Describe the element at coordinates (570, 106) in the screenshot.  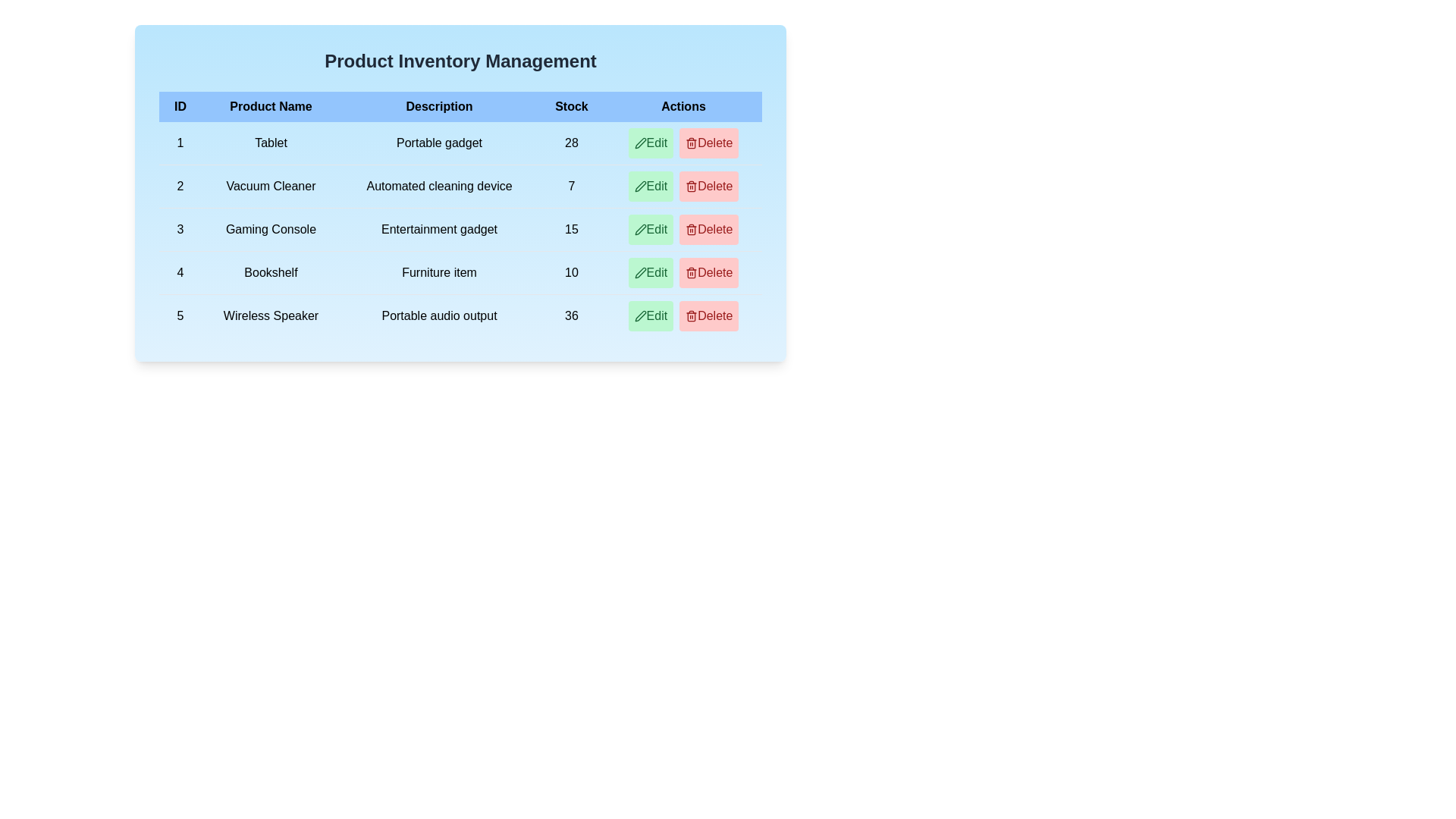
I see `the table header cell labeled 'Stock', which is the fourth column header styled with padding and a light blue background` at that location.